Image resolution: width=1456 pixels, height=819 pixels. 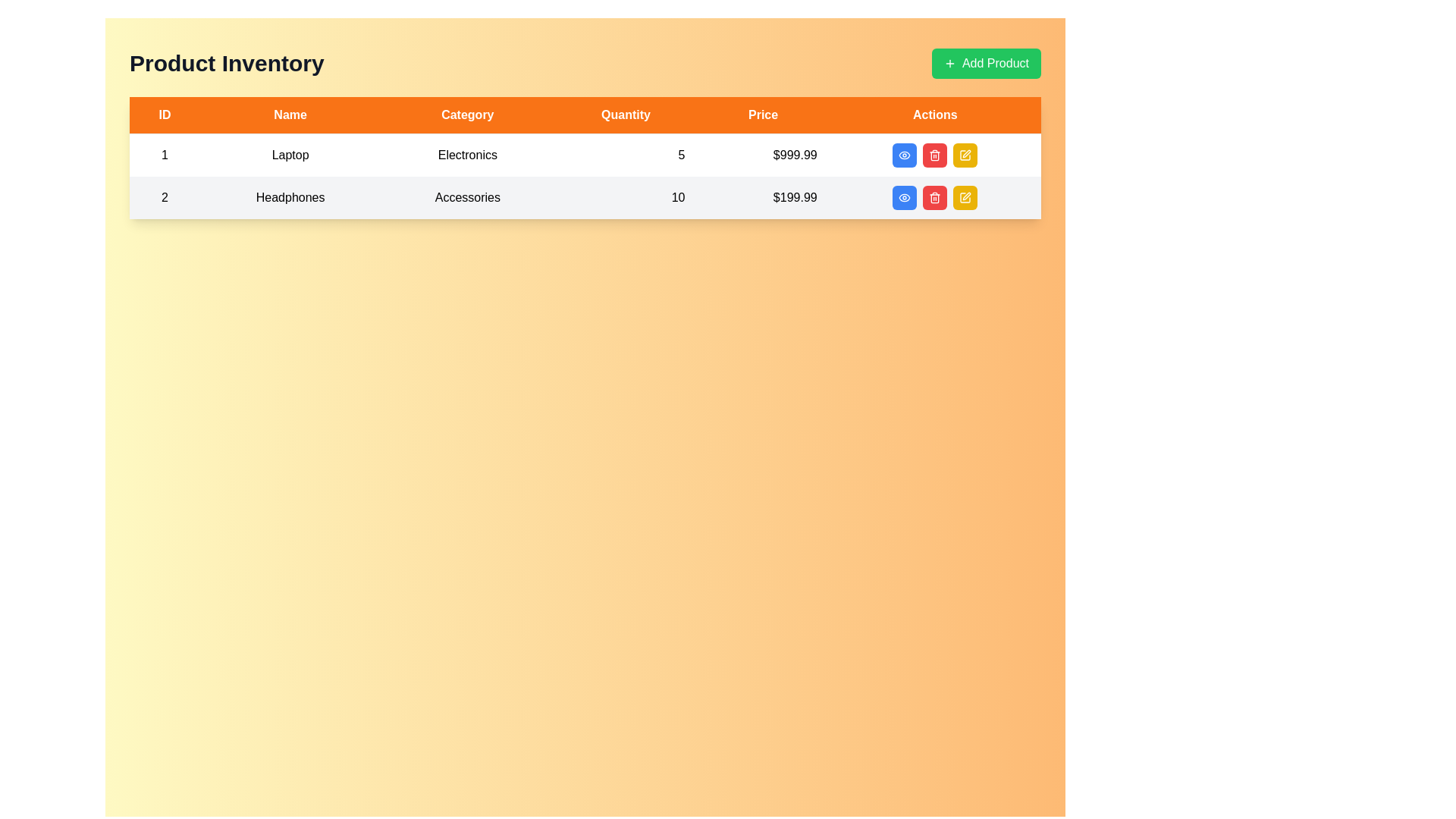 What do you see at coordinates (934, 155) in the screenshot?
I see `the delete icon button located in the Actions column of the second row of the data table` at bounding box center [934, 155].